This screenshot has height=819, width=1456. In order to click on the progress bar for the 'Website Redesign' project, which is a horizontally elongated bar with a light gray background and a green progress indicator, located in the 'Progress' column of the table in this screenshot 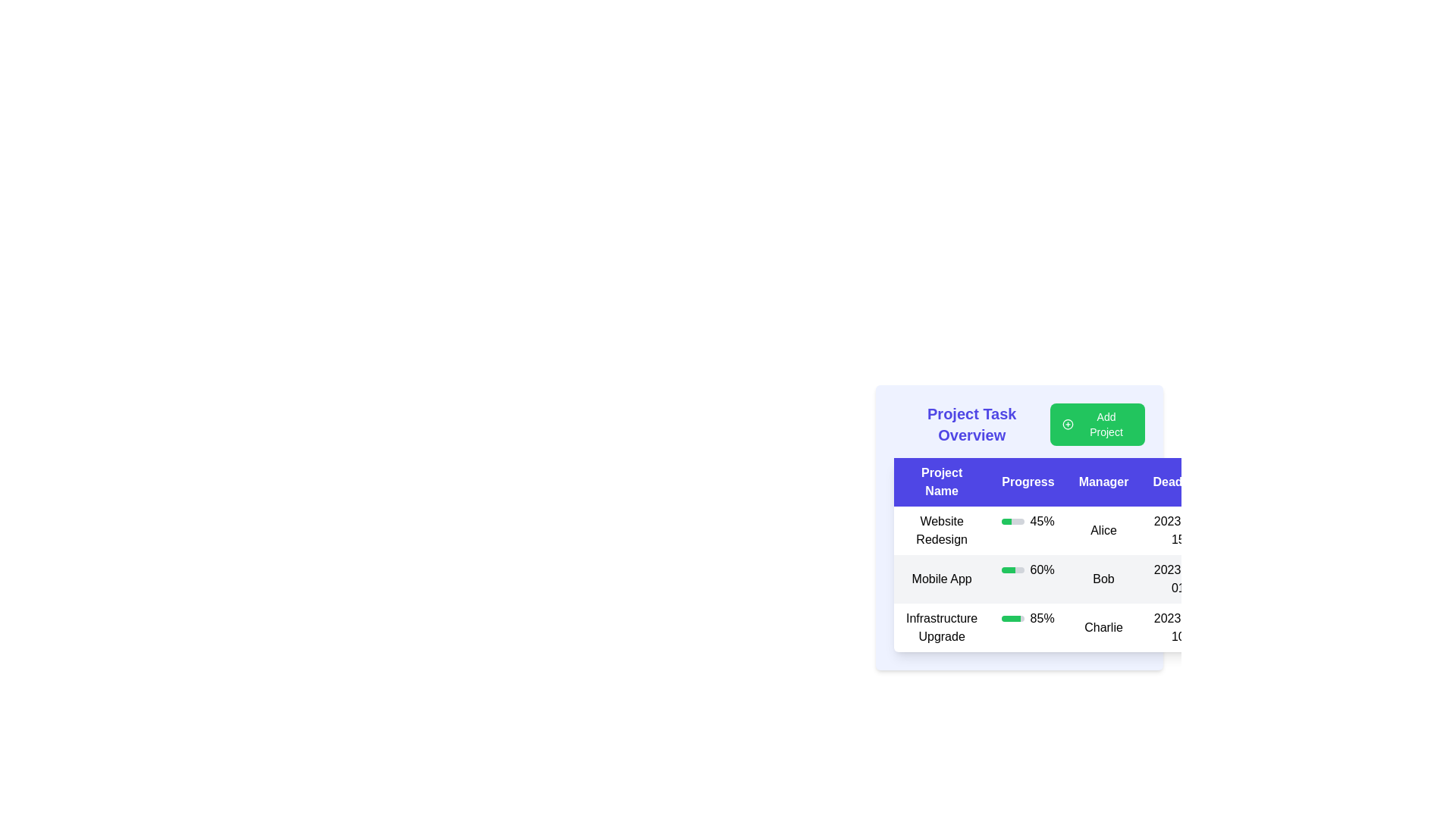, I will do `click(1012, 520)`.